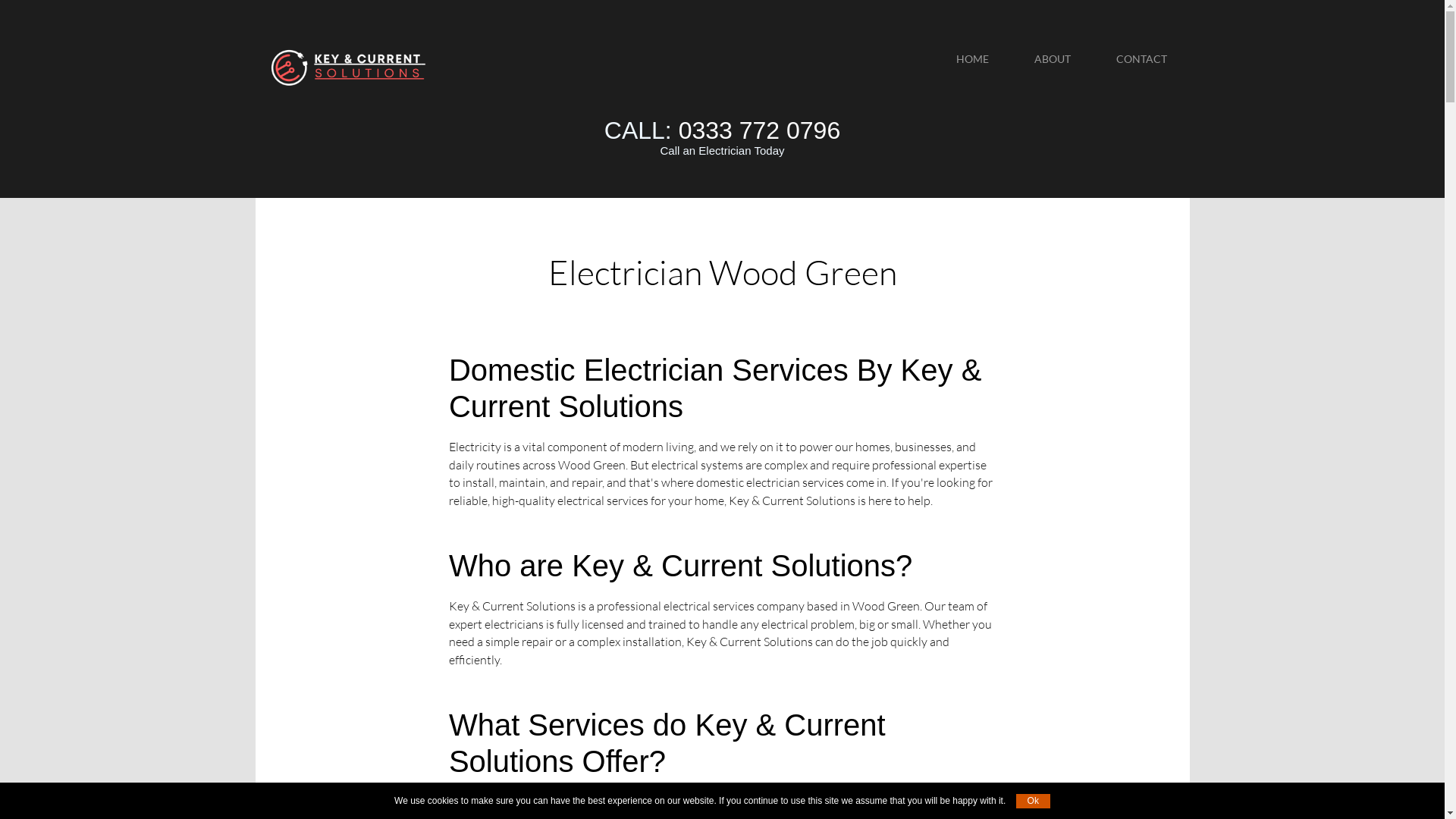 The image size is (1456, 819). What do you see at coordinates (1032, 800) in the screenshot?
I see `'Ok'` at bounding box center [1032, 800].